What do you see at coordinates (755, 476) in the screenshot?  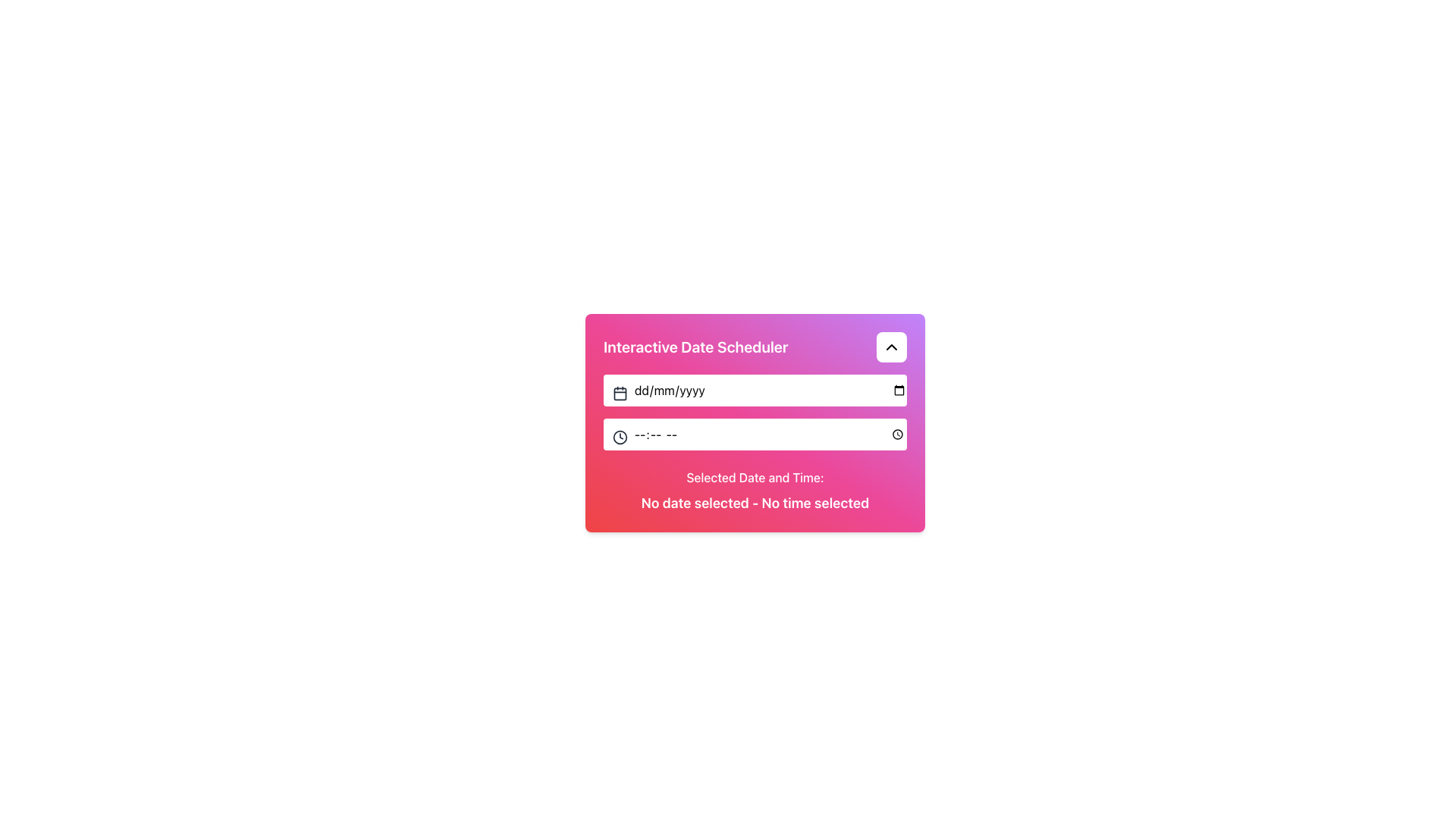 I see `the Text Label that reads 'Selected Date and Time:' which is styled in medium font weight and appears in white color against a gradient background transitioning from red to pink` at bounding box center [755, 476].